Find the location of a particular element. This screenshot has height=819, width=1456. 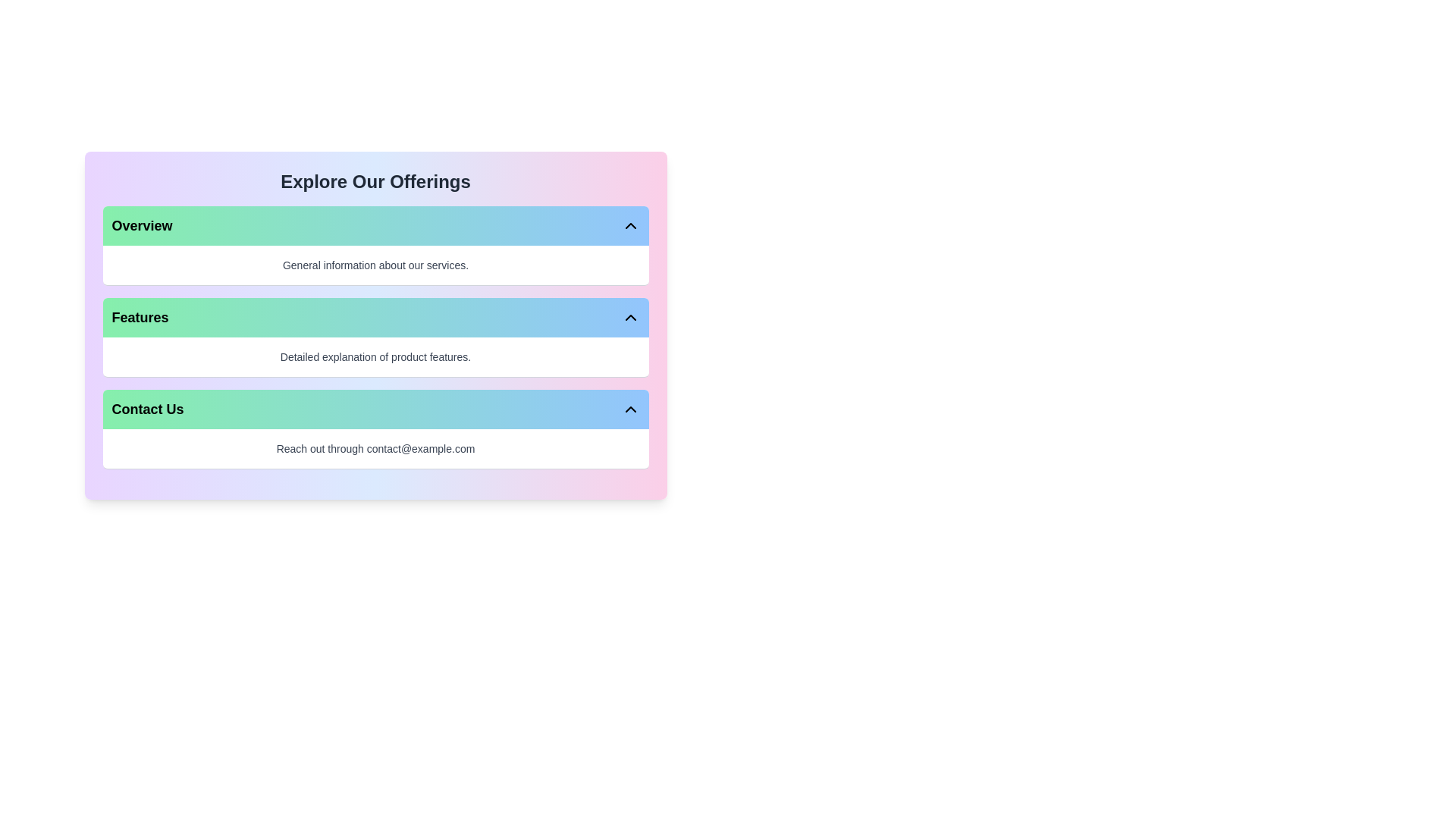

the static text element displaying 'General information about our services.' located beneath the 'Overview' header is located at coordinates (375, 265).